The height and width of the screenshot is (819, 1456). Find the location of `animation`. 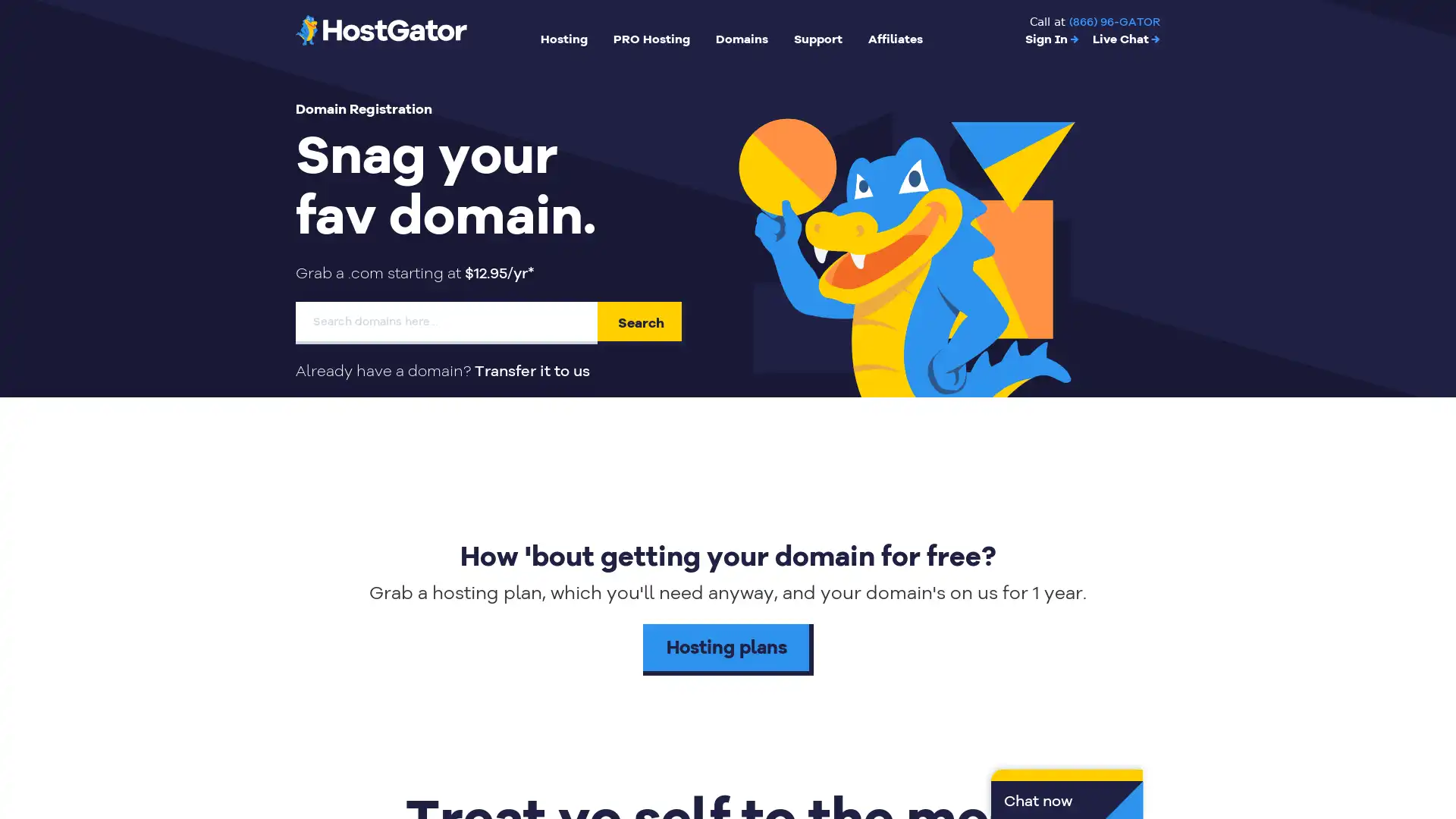

animation is located at coordinates (908, 239).